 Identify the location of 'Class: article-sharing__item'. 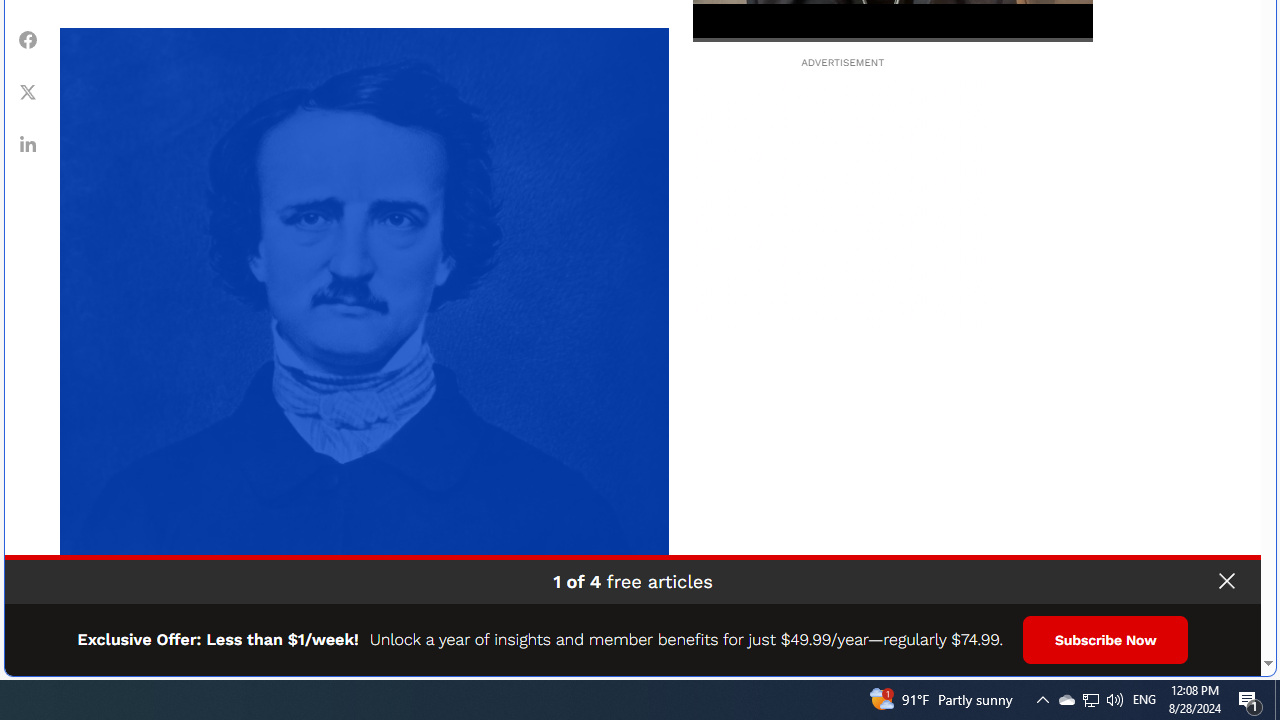
(28, 142).